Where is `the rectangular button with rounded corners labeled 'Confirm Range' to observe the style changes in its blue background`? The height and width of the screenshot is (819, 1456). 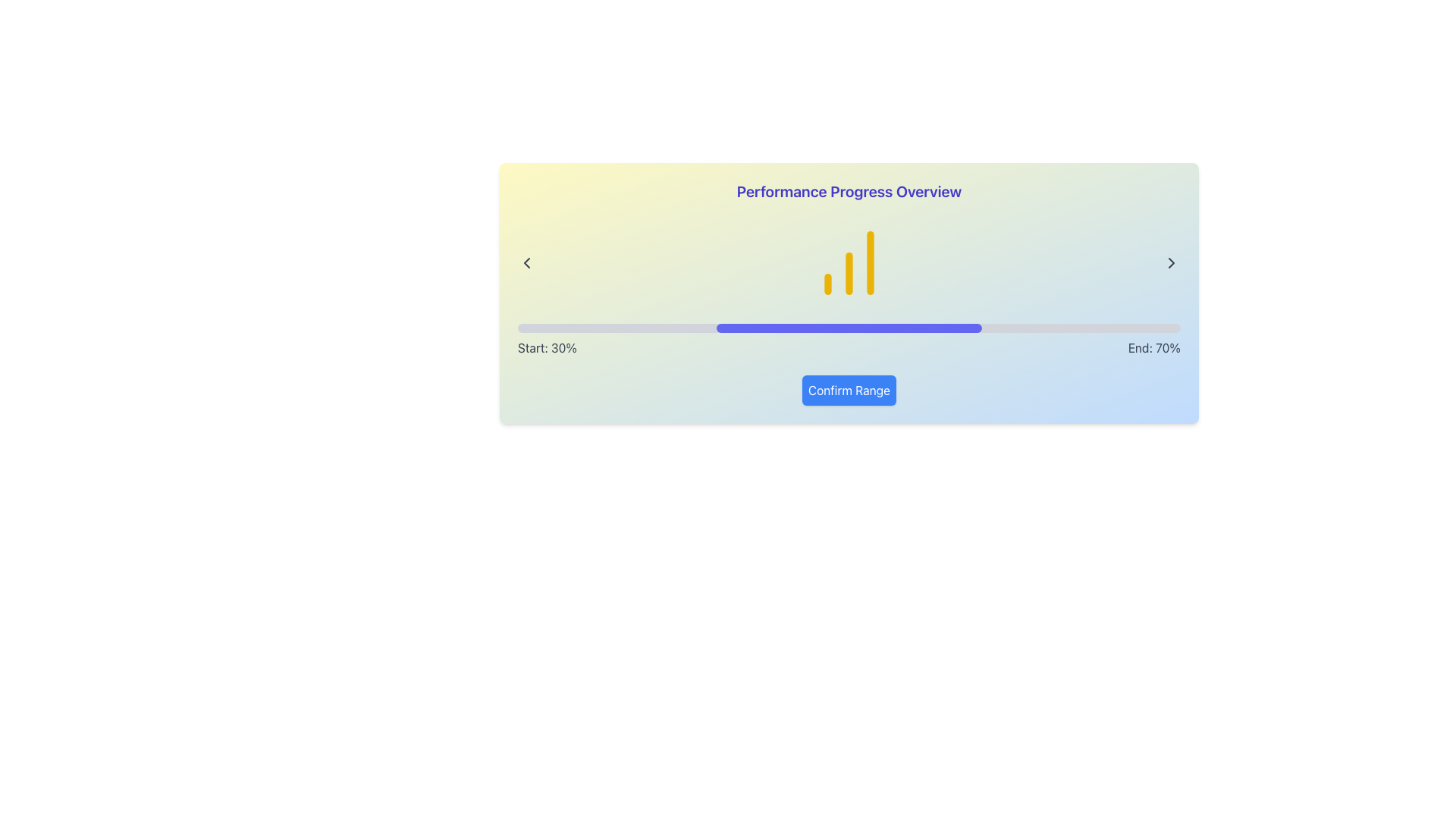 the rectangular button with rounded corners labeled 'Confirm Range' to observe the style changes in its blue background is located at coordinates (848, 390).